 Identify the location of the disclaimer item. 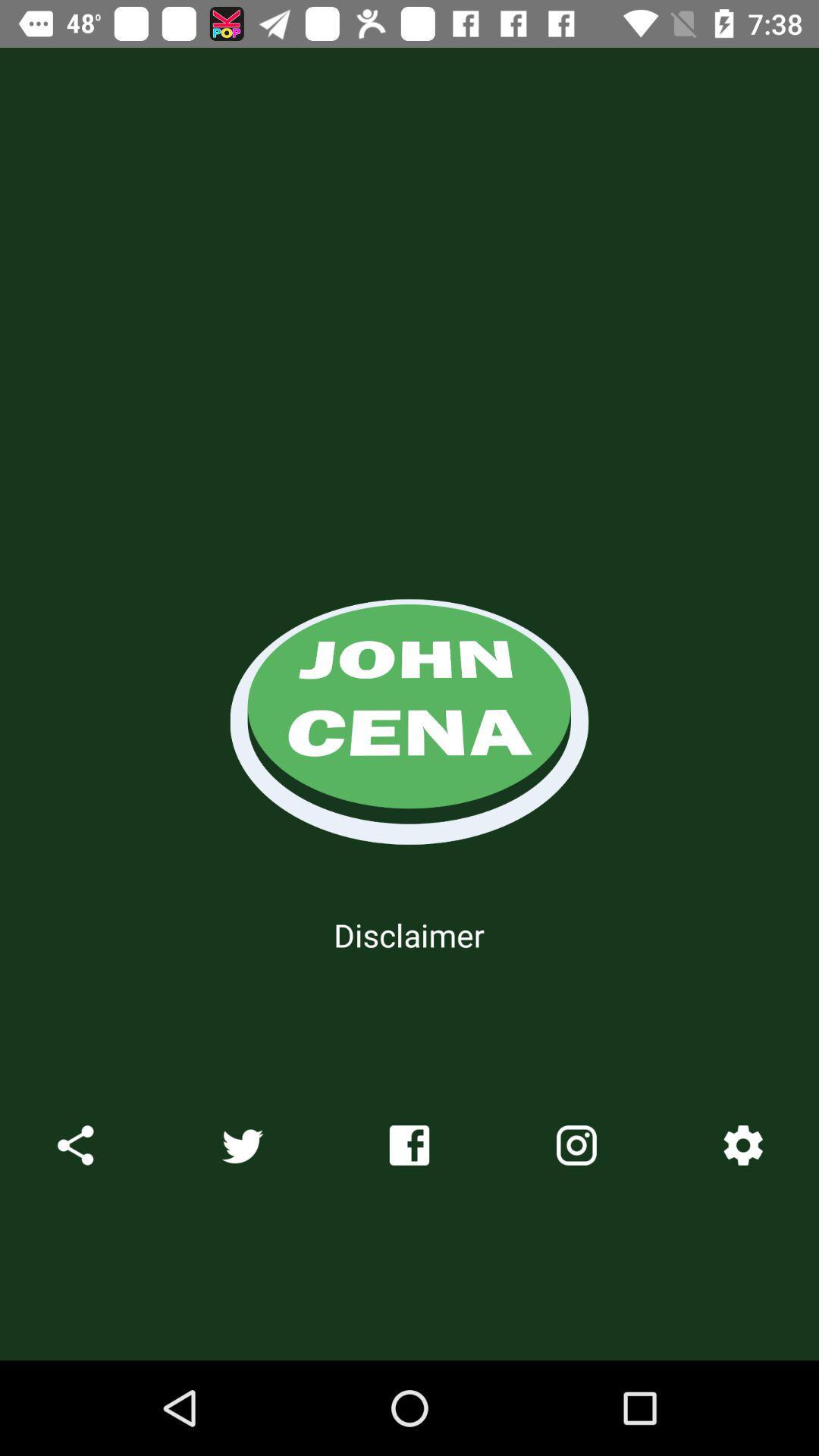
(408, 934).